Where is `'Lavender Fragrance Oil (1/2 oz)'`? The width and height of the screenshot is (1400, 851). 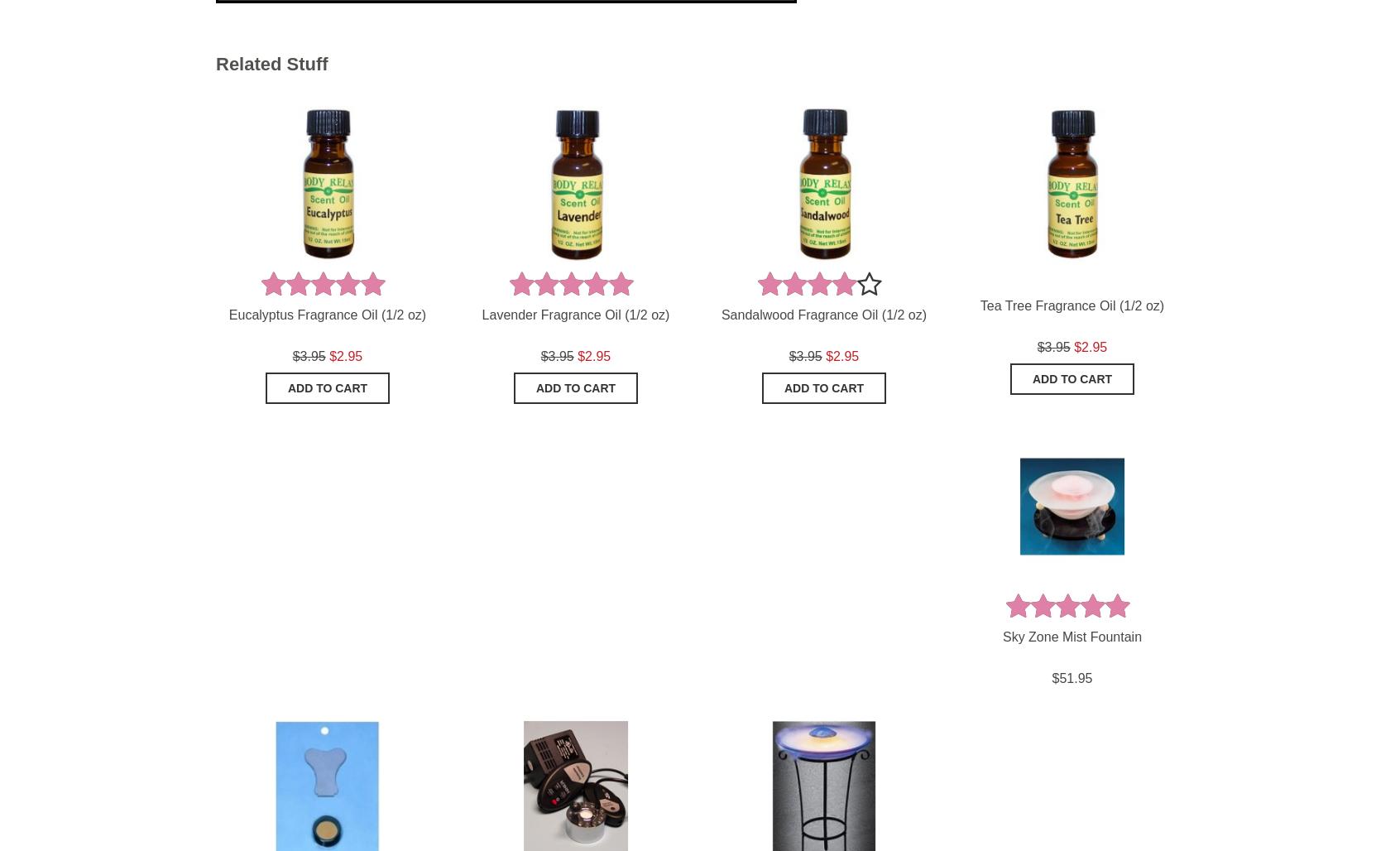 'Lavender Fragrance Oil (1/2 oz)' is located at coordinates (481, 313).